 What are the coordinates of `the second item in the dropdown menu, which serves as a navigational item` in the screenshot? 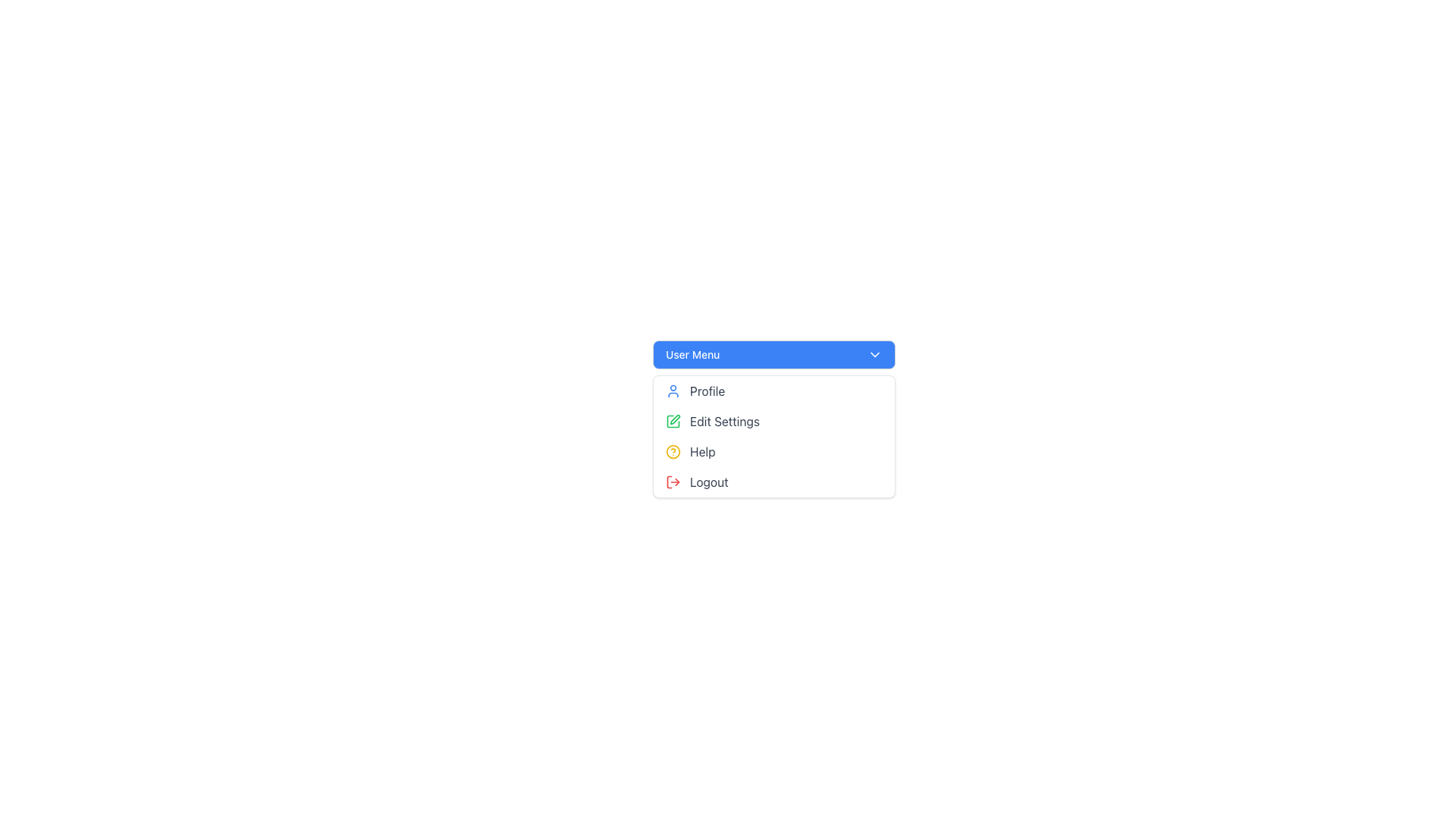 It's located at (774, 421).